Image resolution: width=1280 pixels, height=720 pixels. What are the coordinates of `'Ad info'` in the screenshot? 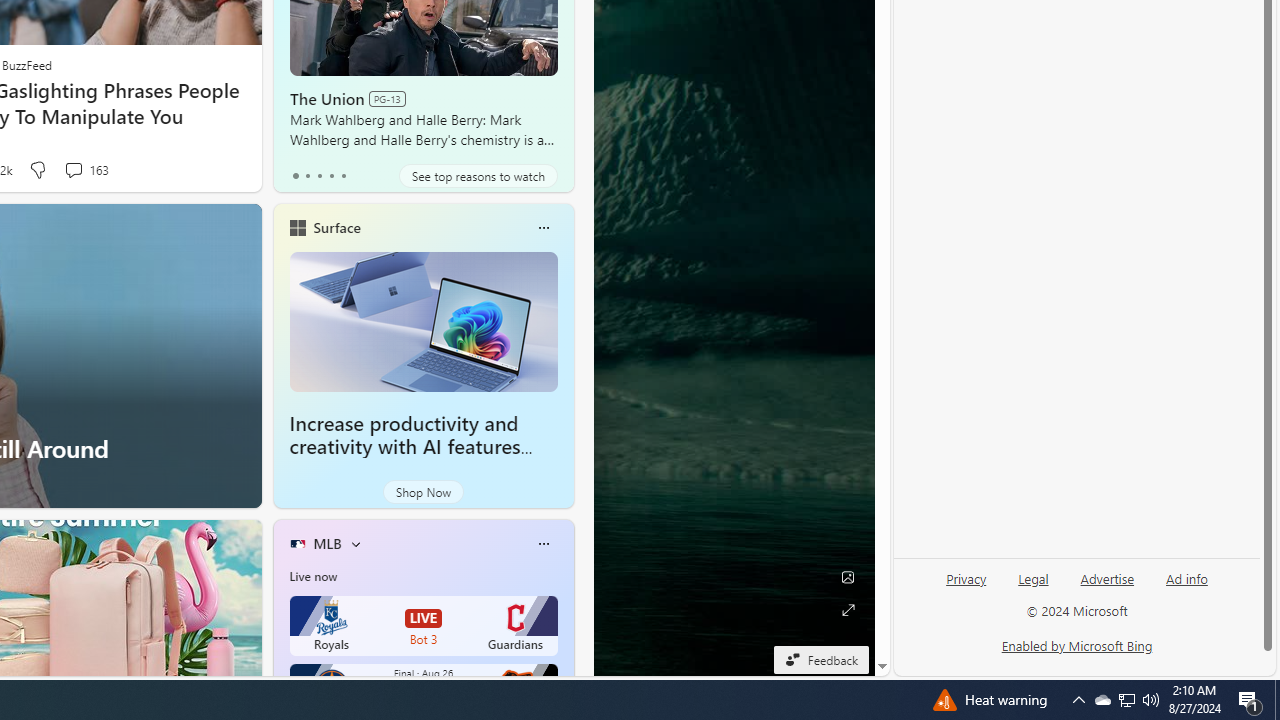 It's located at (1187, 579).